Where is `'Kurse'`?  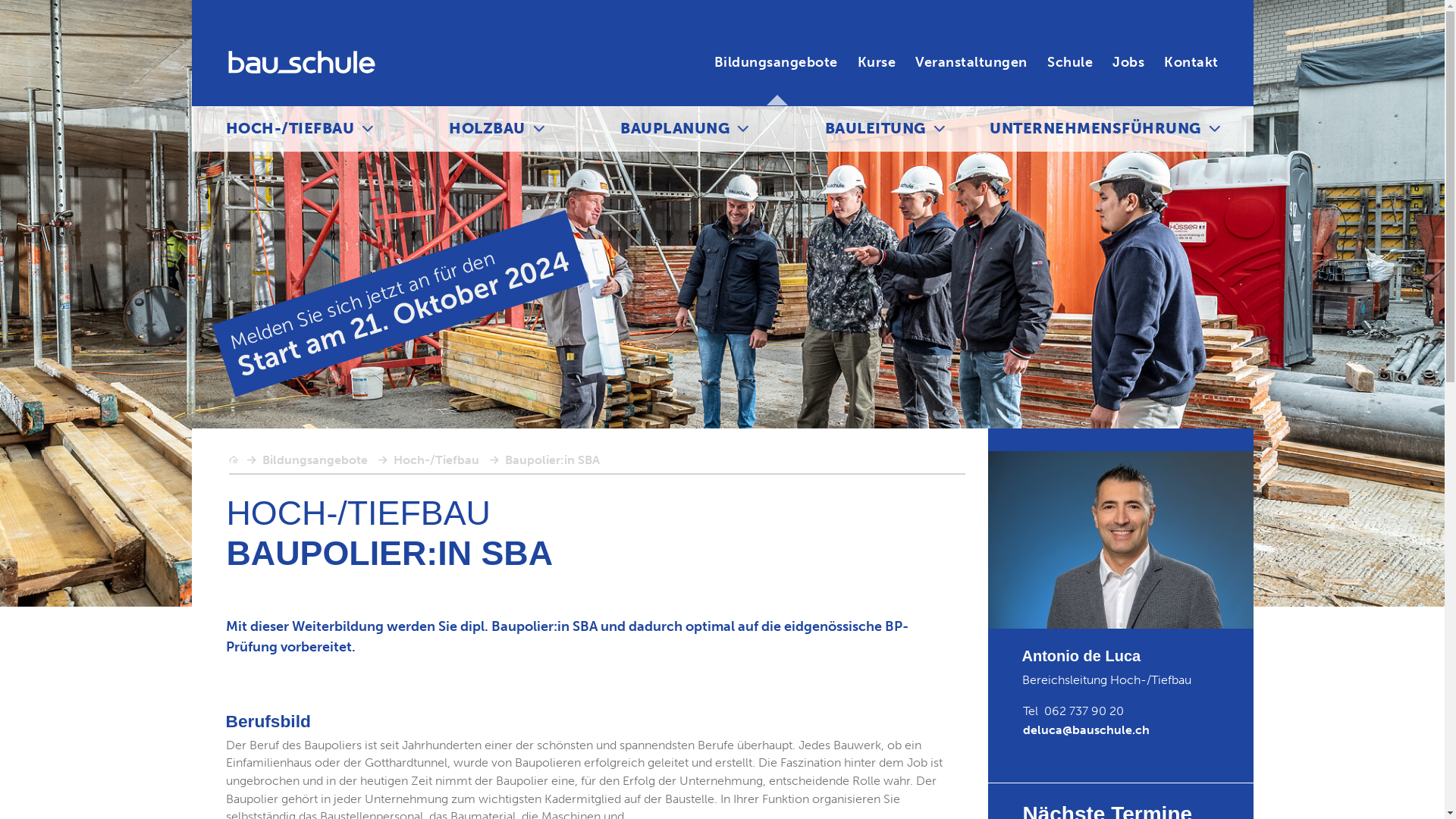 'Kurse' is located at coordinates (877, 61).